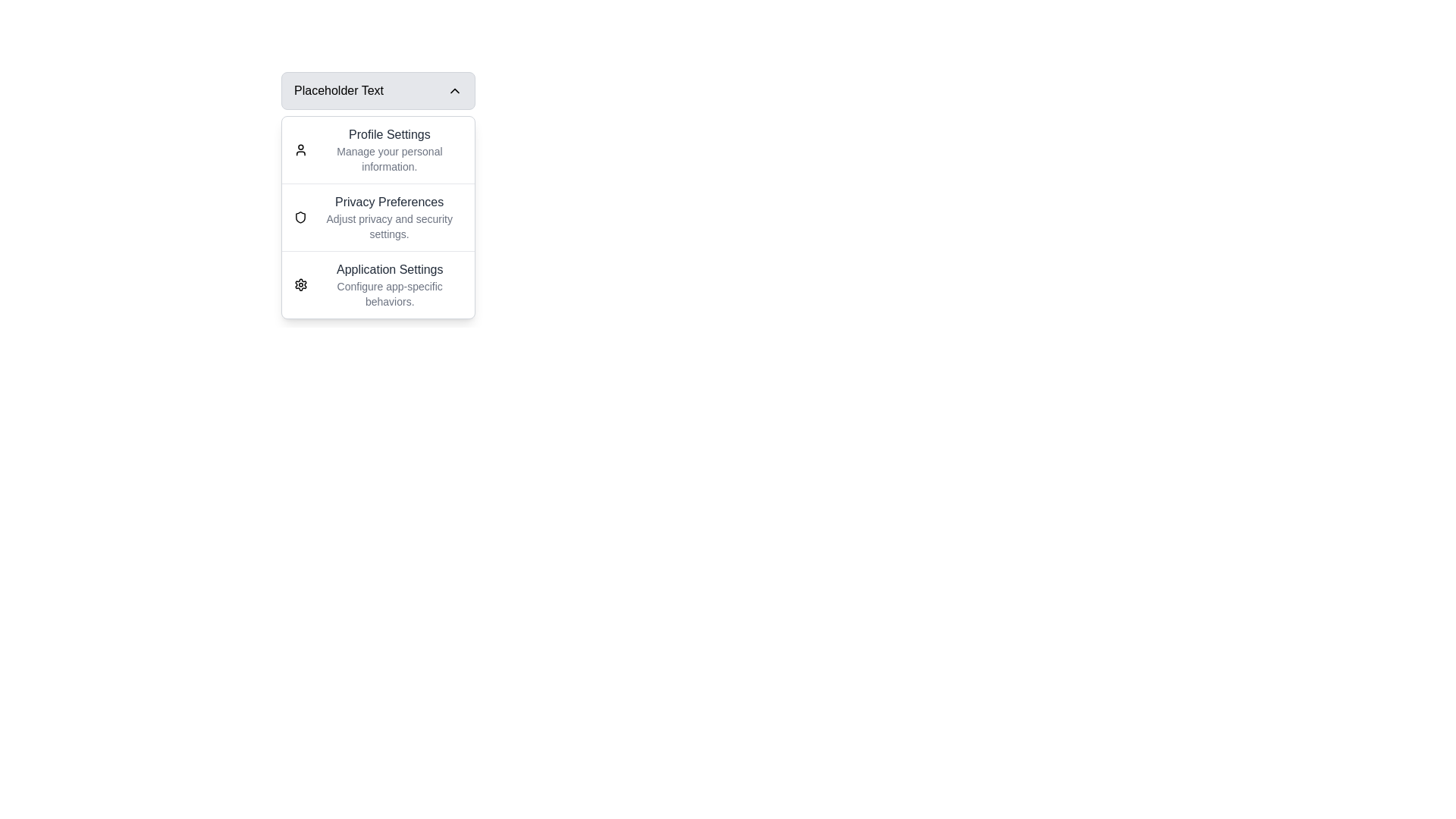 The image size is (1456, 819). What do you see at coordinates (390, 284) in the screenshot?
I see `the 'Application Settings' menu item, which is located in the bottommost row of options within a dropdown UI, featuring a bold title and a subtitle` at bounding box center [390, 284].